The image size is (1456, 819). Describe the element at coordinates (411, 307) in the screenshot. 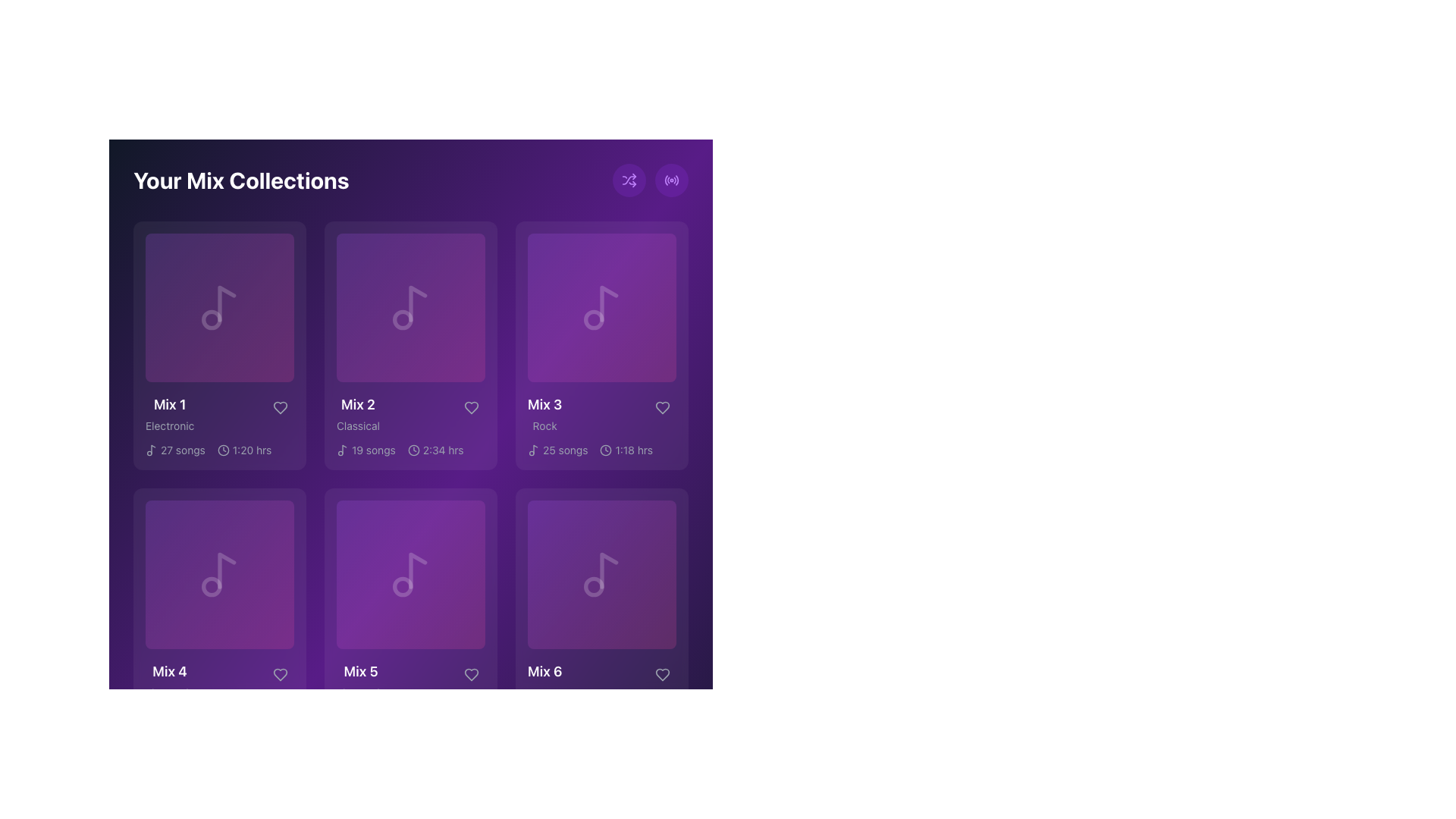

I see `the musical note icon in light purple, located in the second item of the first row of the 'Mix 2' grid layout` at that location.